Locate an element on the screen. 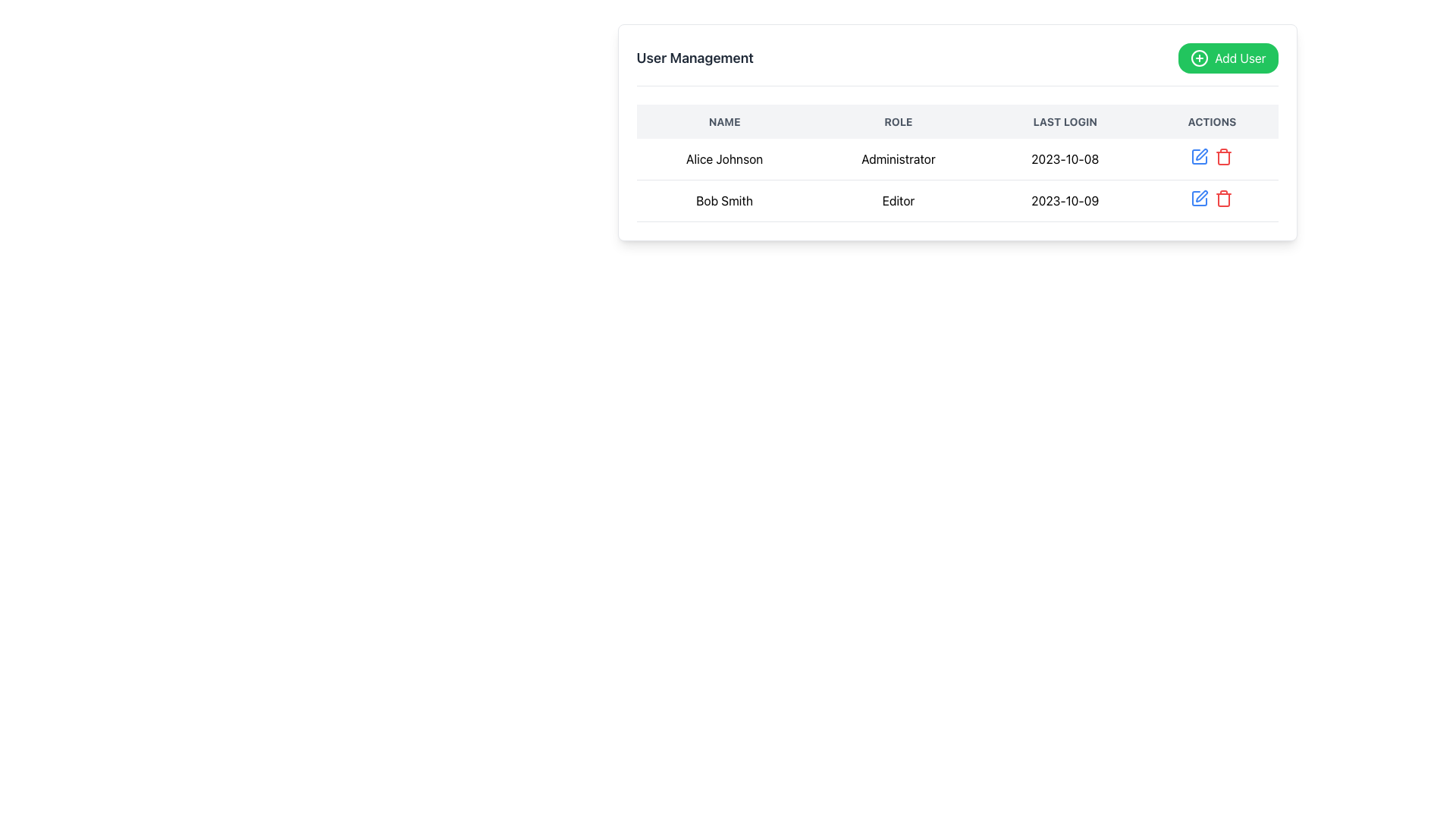  the green rounded button labeled 'Add User' with a plus sign icon in the top-right corner of the 'User Management' section to initiate user addition is located at coordinates (1228, 58).